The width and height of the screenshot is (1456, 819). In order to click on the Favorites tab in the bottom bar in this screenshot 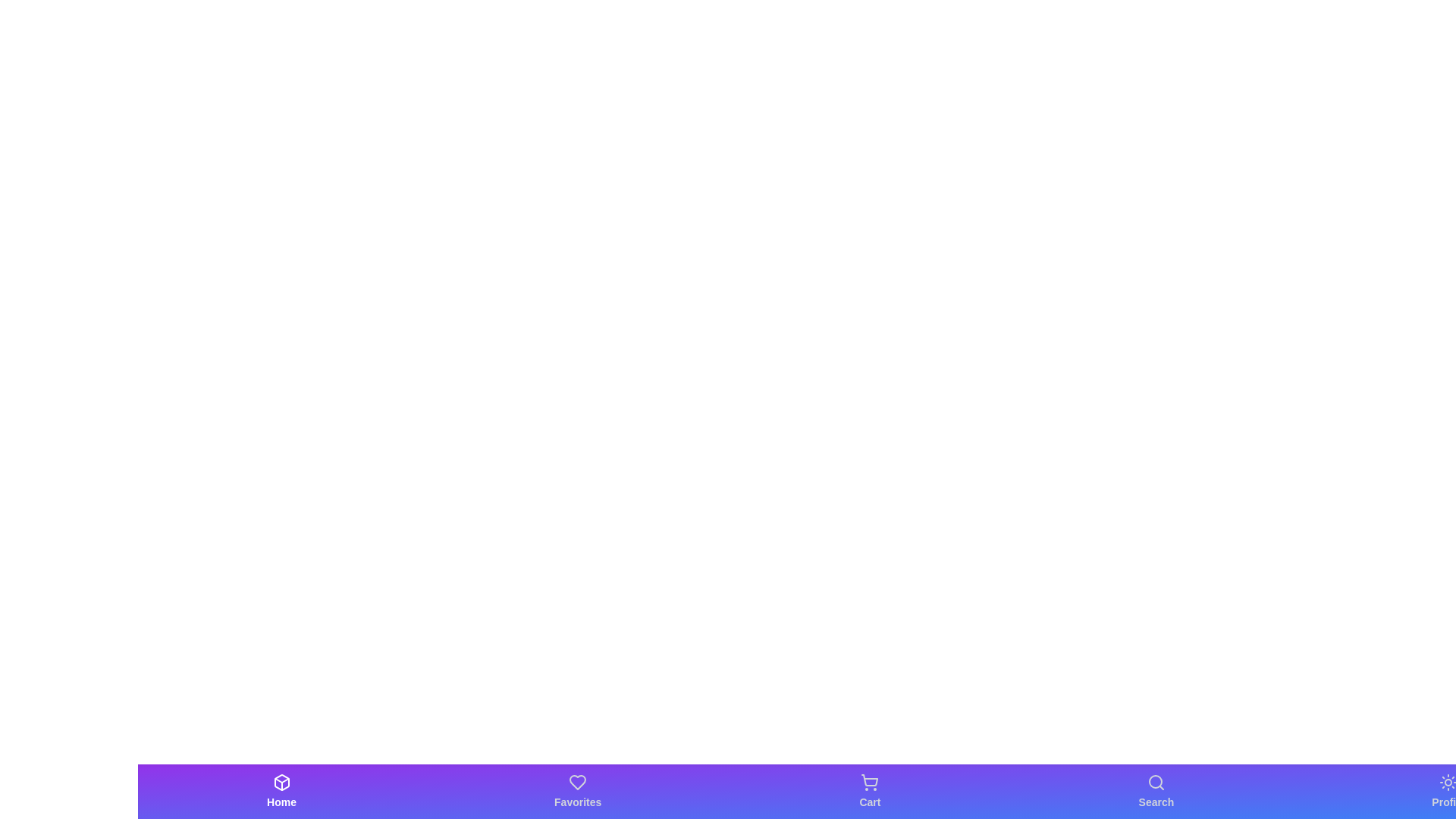, I will do `click(577, 791)`.